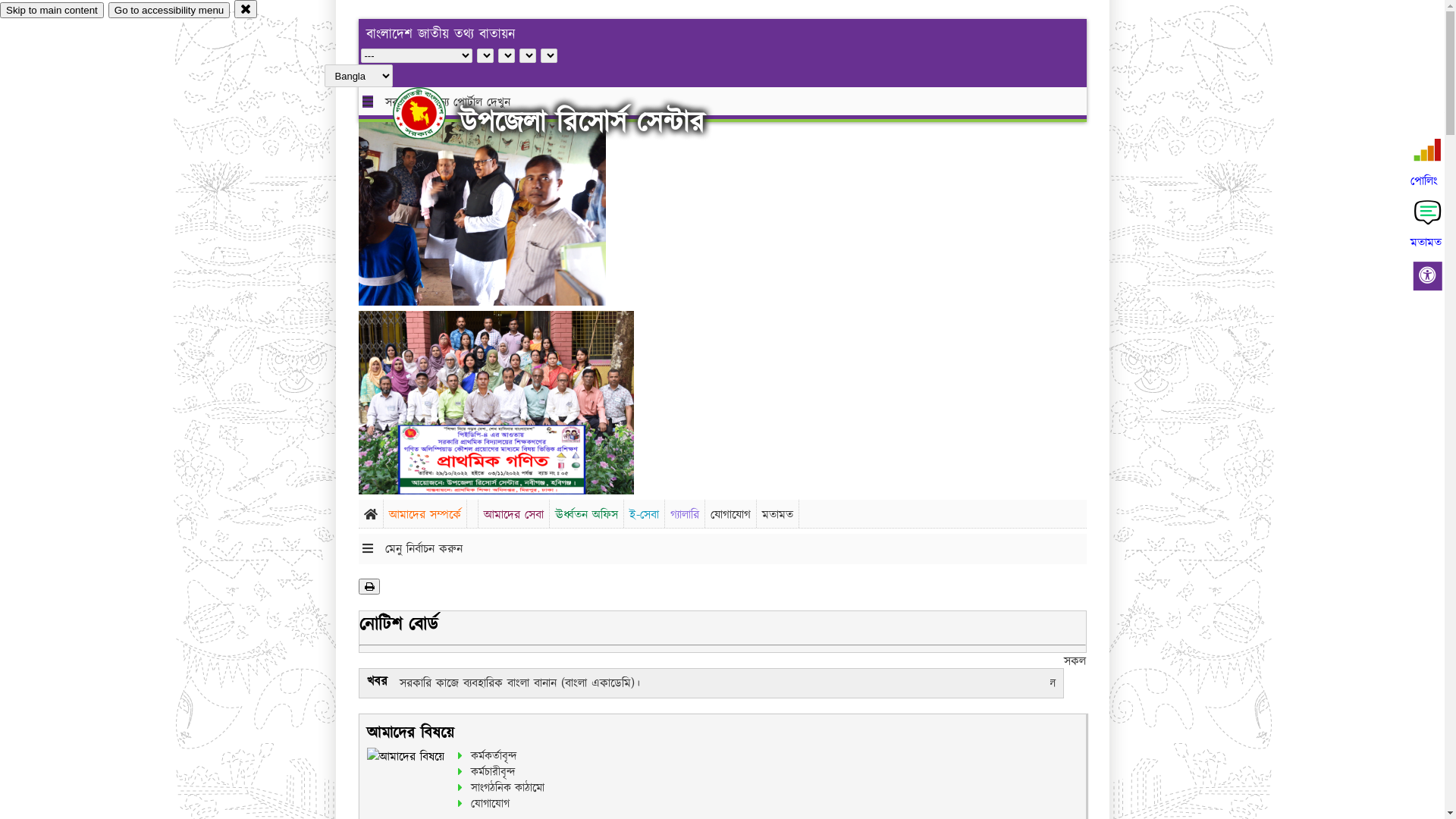 Image resolution: width=1456 pixels, height=819 pixels. What do you see at coordinates (431, 112) in the screenshot?
I see `'` at bounding box center [431, 112].